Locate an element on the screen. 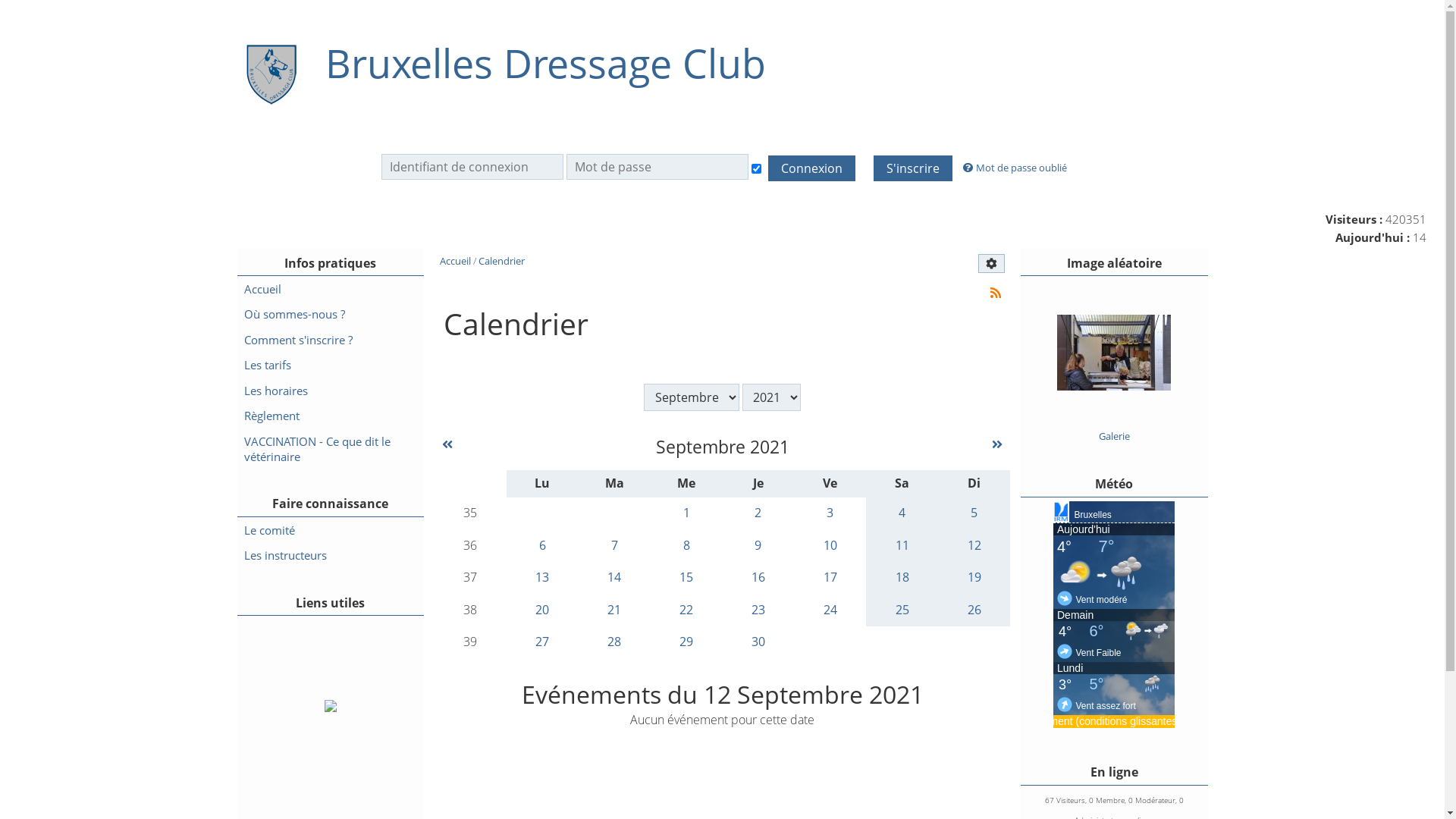 Image resolution: width=1456 pixels, height=819 pixels. '29' is located at coordinates (686, 642).